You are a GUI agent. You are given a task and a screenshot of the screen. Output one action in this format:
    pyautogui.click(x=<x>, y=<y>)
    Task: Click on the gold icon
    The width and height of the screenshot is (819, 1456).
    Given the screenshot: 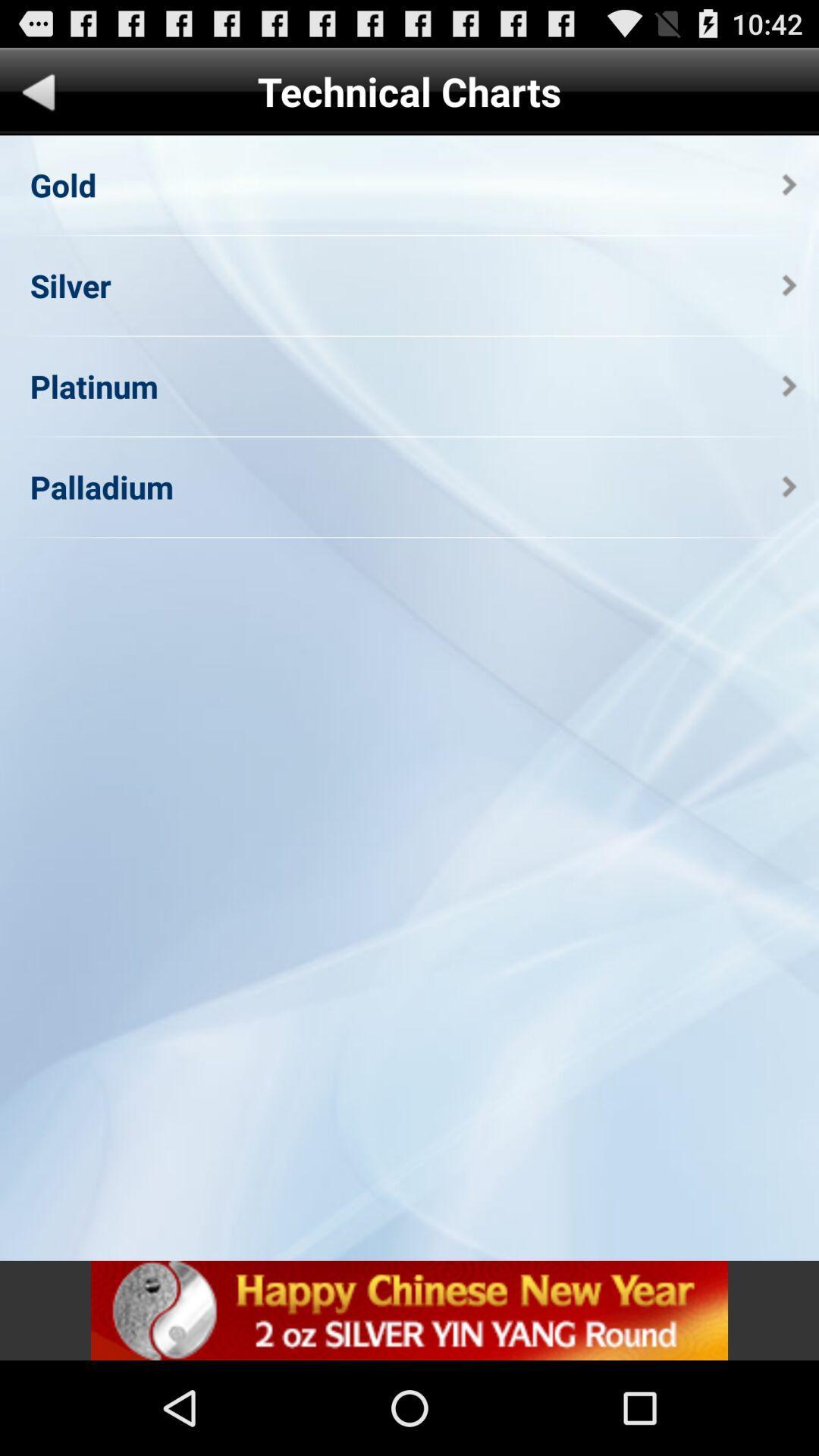 What is the action you would take?
    pyautogui.click(x=62, y=184)
    